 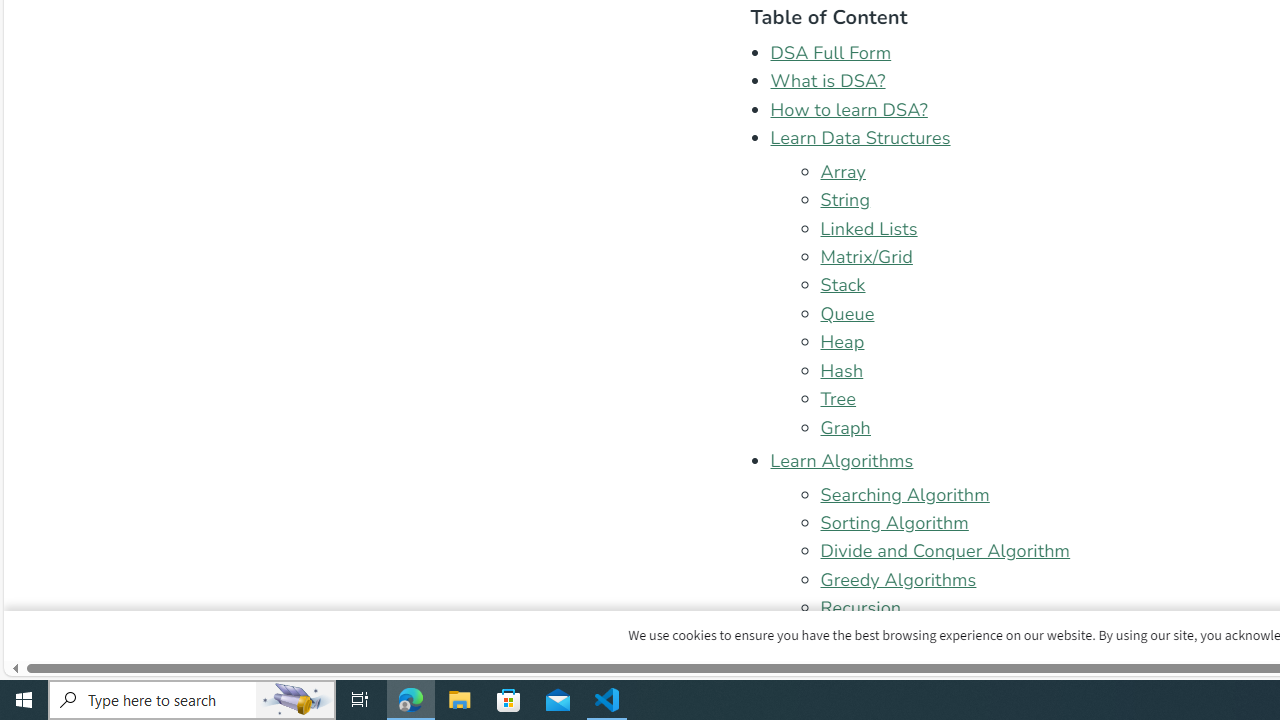 What do you see at coordinates (849, 109) in the screenshot?
I see `'How to learn DSA?'` at bounding box center [849, 109].